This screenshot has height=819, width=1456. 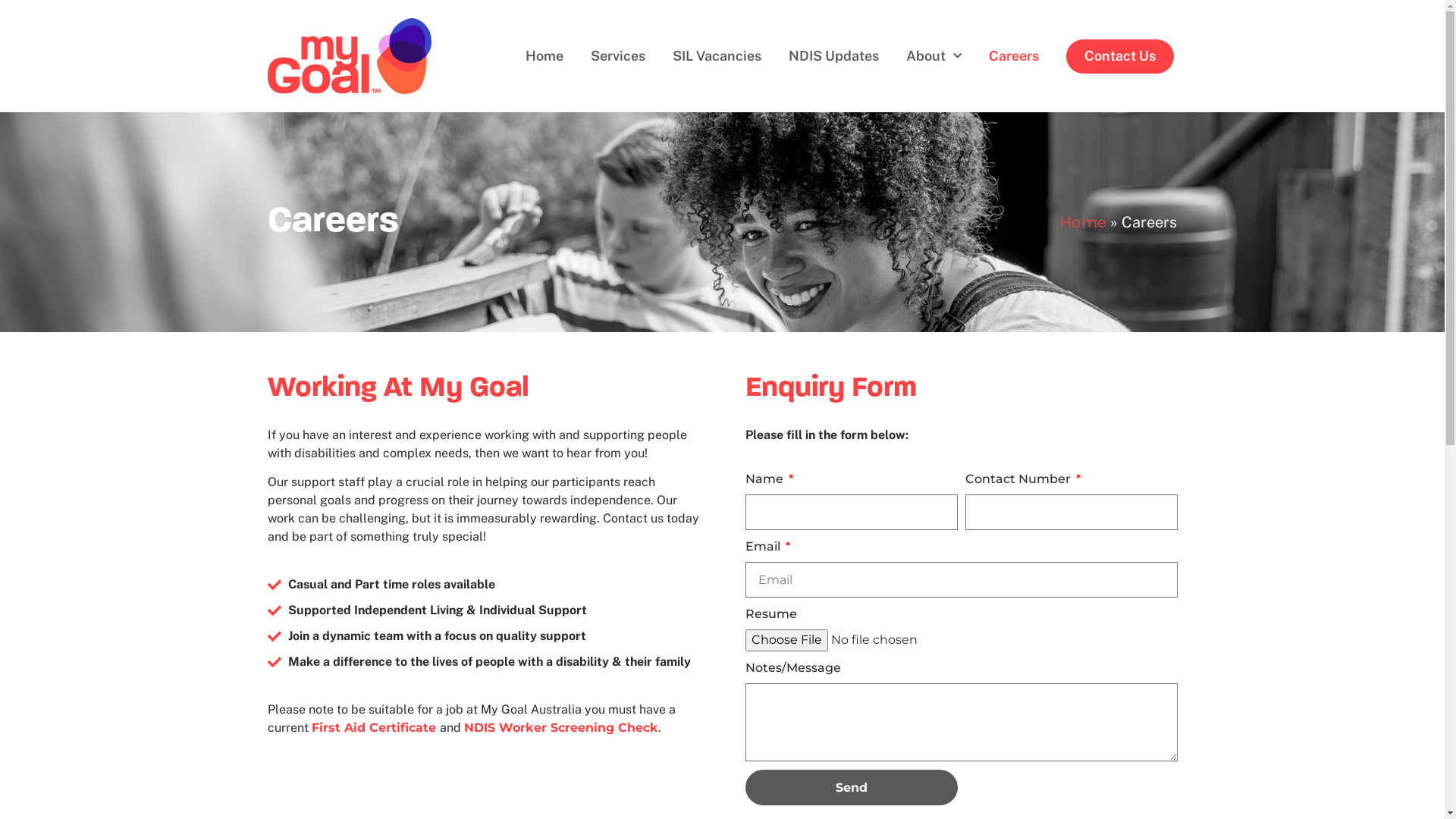 What do you see at coordinates (851, 786) in the screenshot?
I see `'Send'` at bounding box center [851, 786].